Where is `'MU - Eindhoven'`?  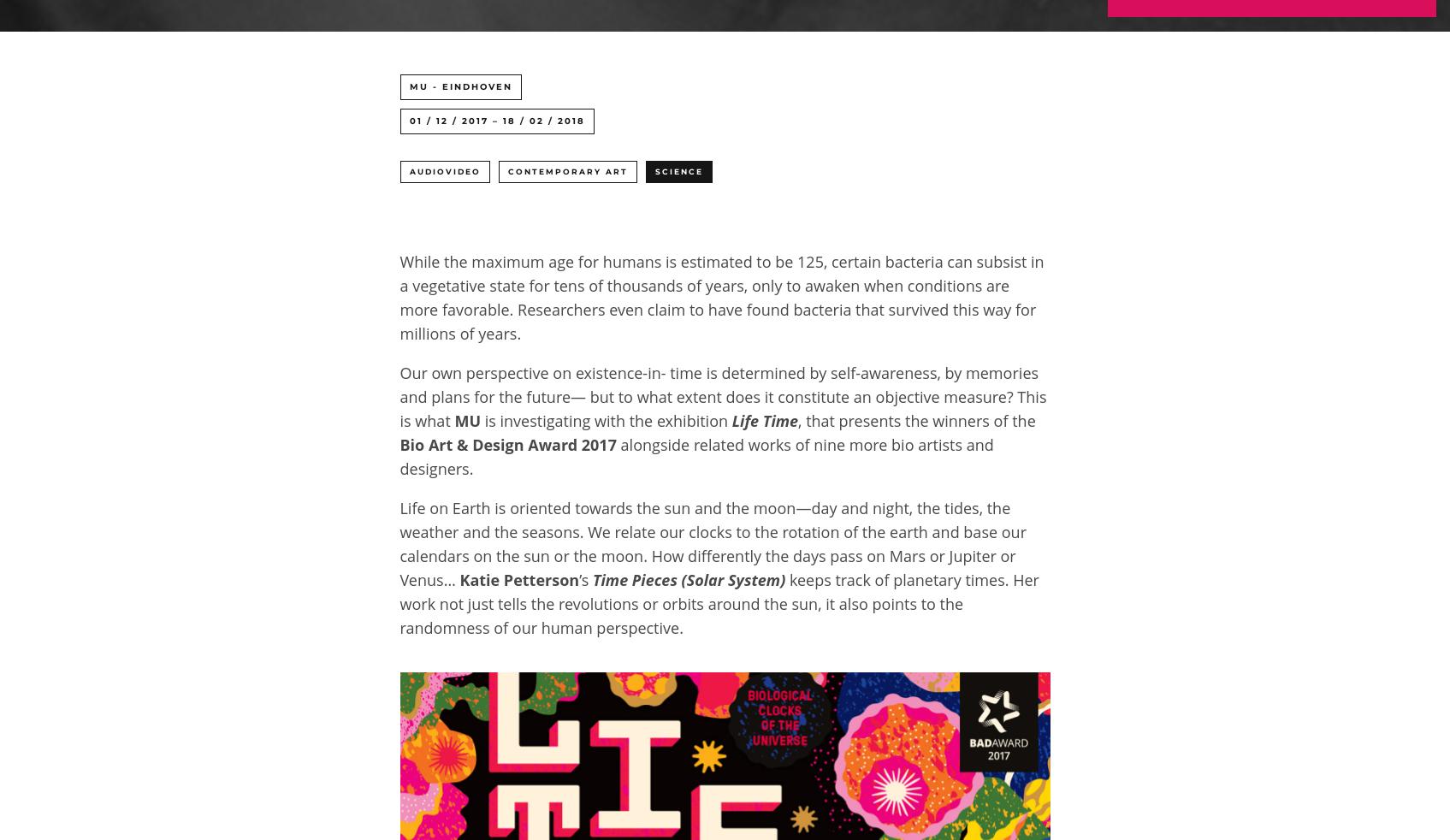
'MU - Eindhoven' is located at coordinates (407, 86).